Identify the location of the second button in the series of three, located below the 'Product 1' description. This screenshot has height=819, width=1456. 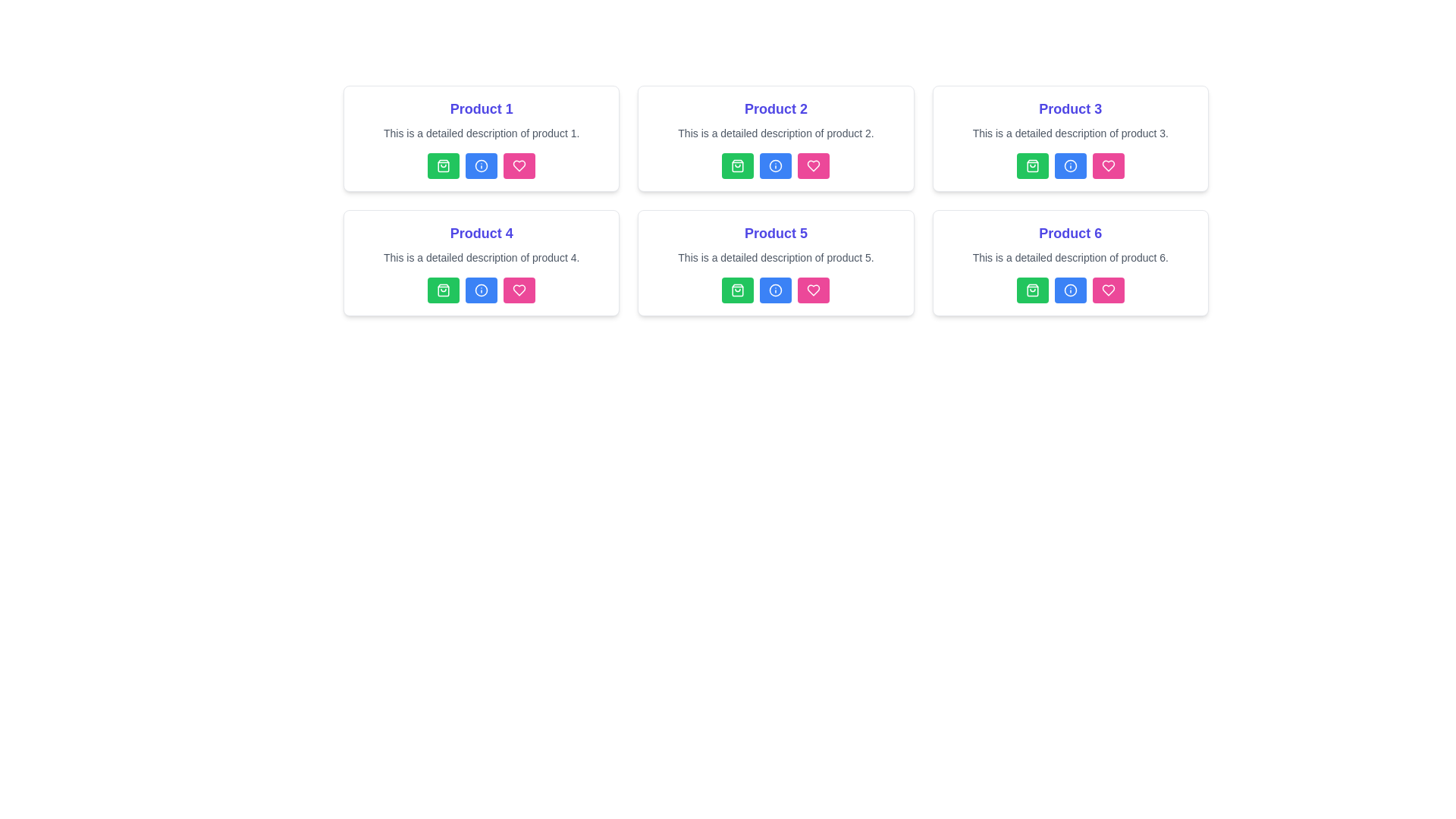
(481, 166).